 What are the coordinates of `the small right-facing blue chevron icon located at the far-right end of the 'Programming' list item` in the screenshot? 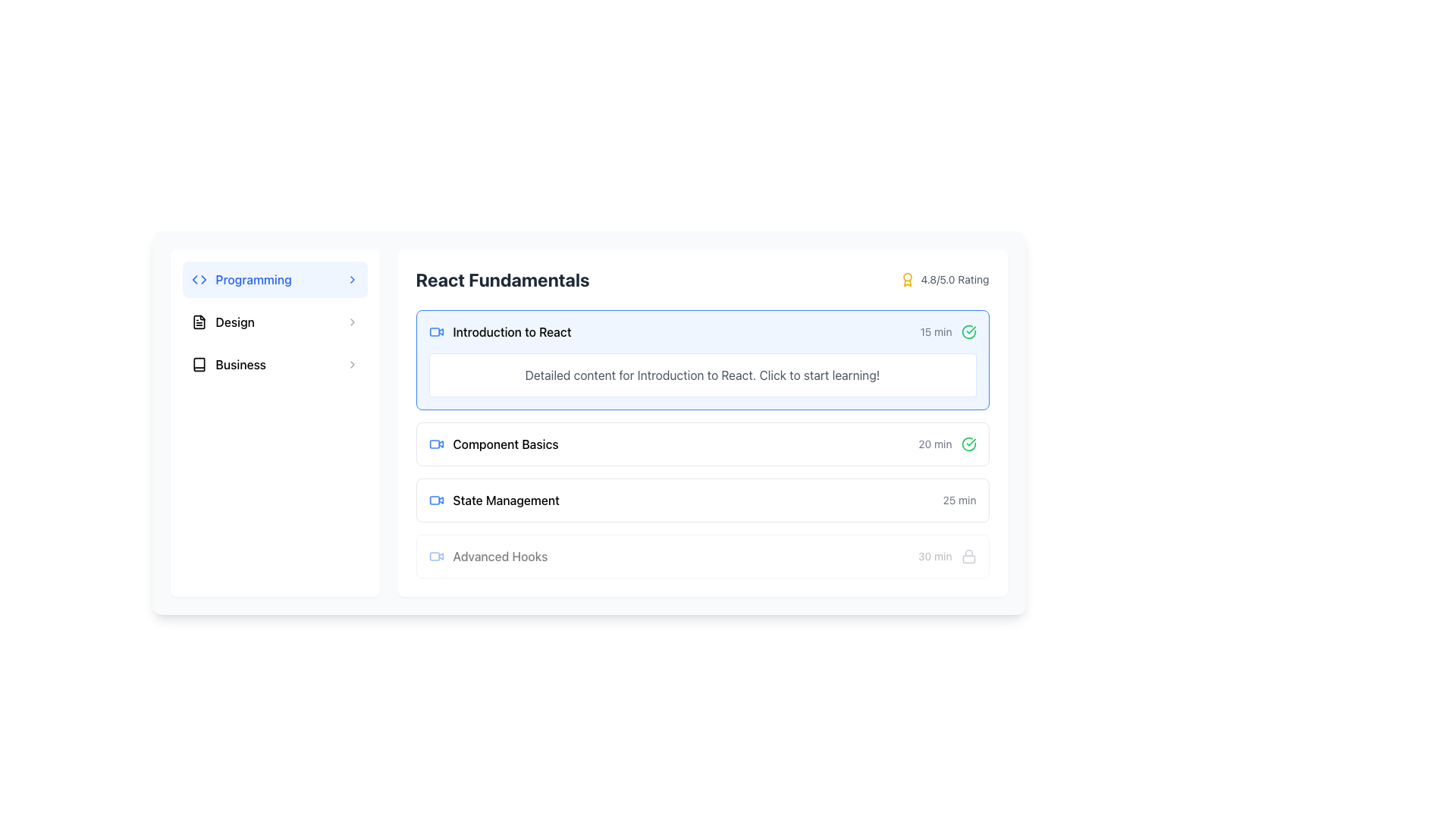 It's located at (351, 280).